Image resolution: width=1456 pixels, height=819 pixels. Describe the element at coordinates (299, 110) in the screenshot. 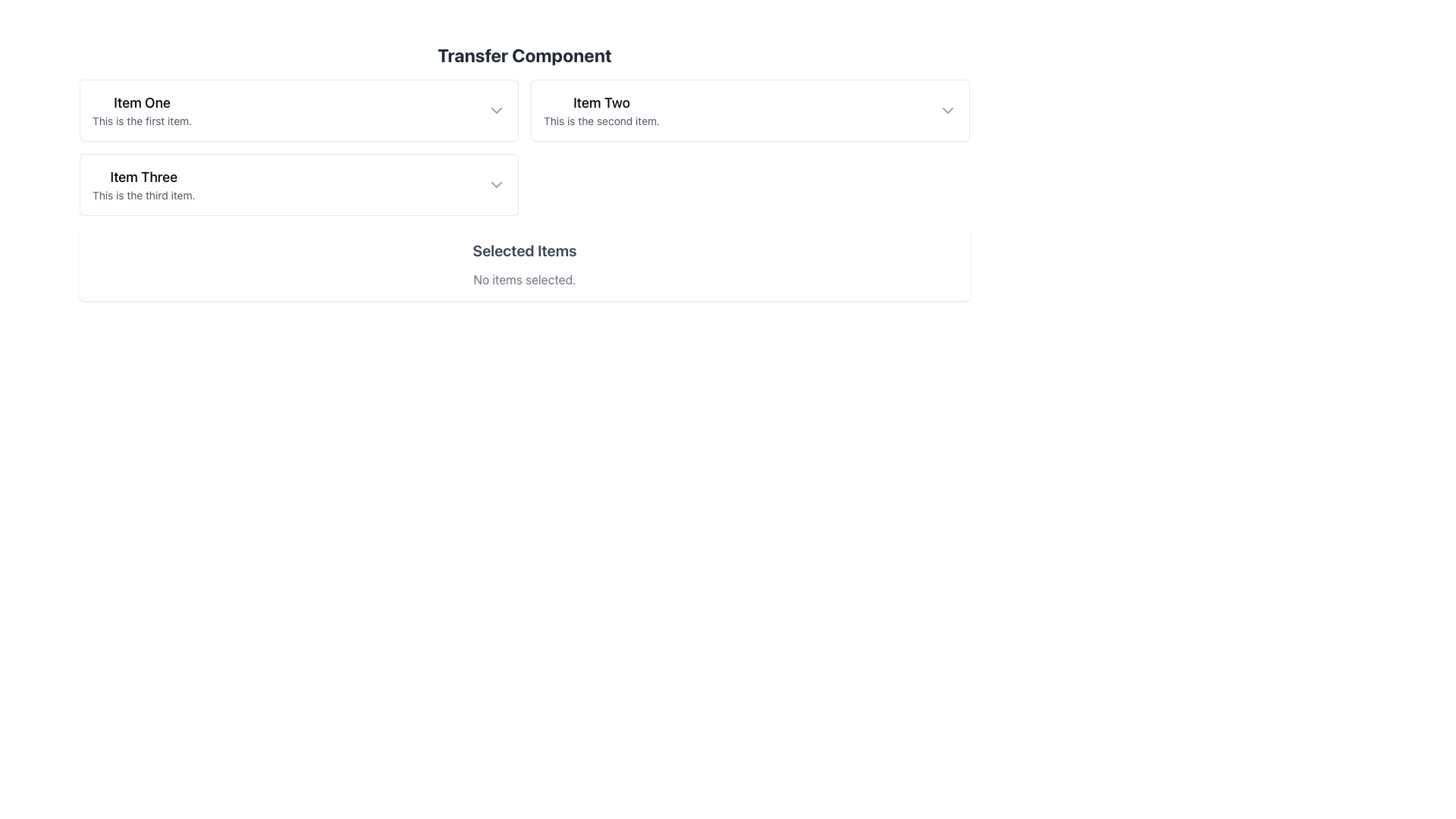

I see `the dropdown arrow of the first interactive list item in the top-left corner of the grid layout` at that location.